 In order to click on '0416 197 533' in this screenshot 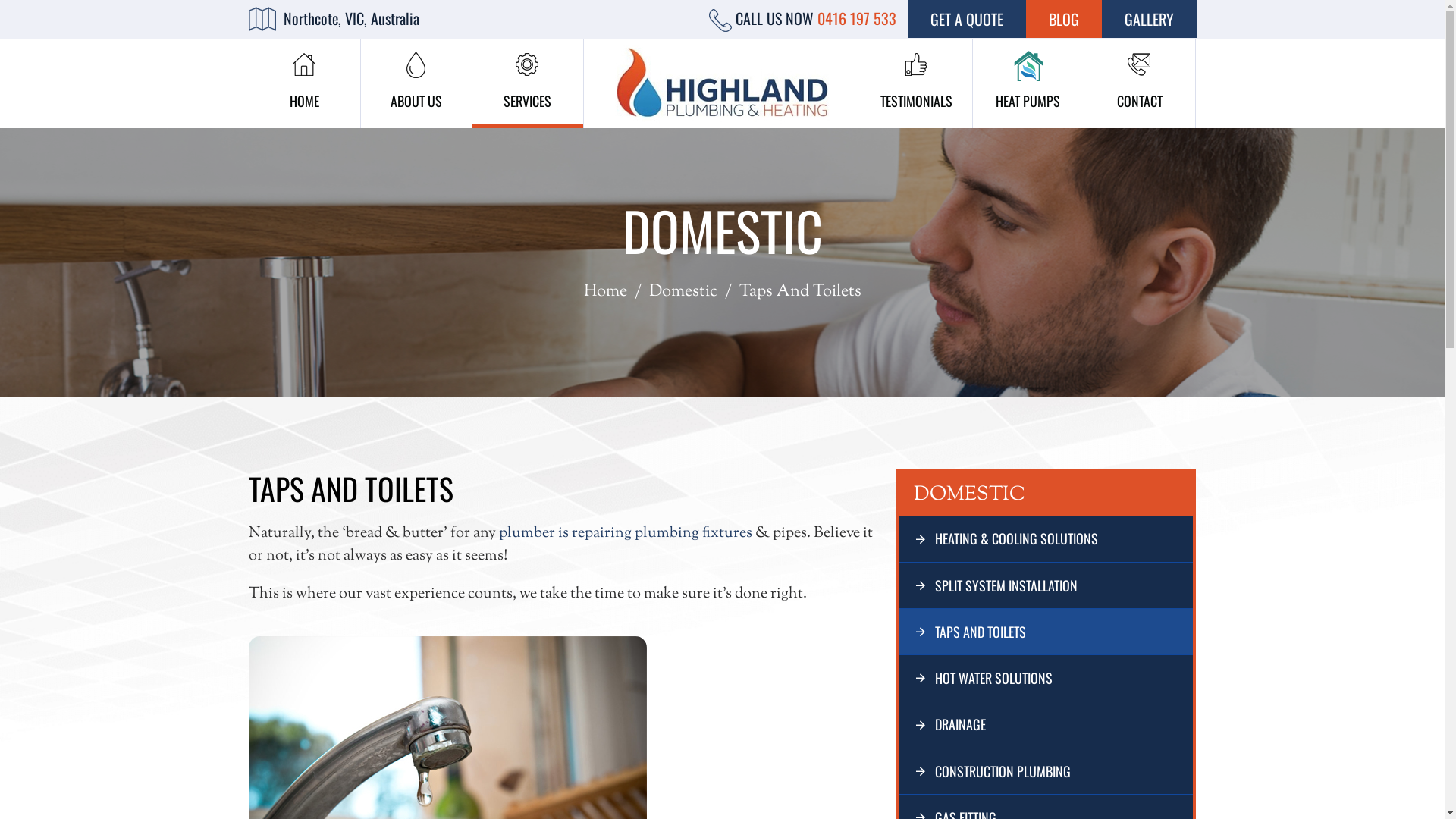, I will do `click(856, 17)`.